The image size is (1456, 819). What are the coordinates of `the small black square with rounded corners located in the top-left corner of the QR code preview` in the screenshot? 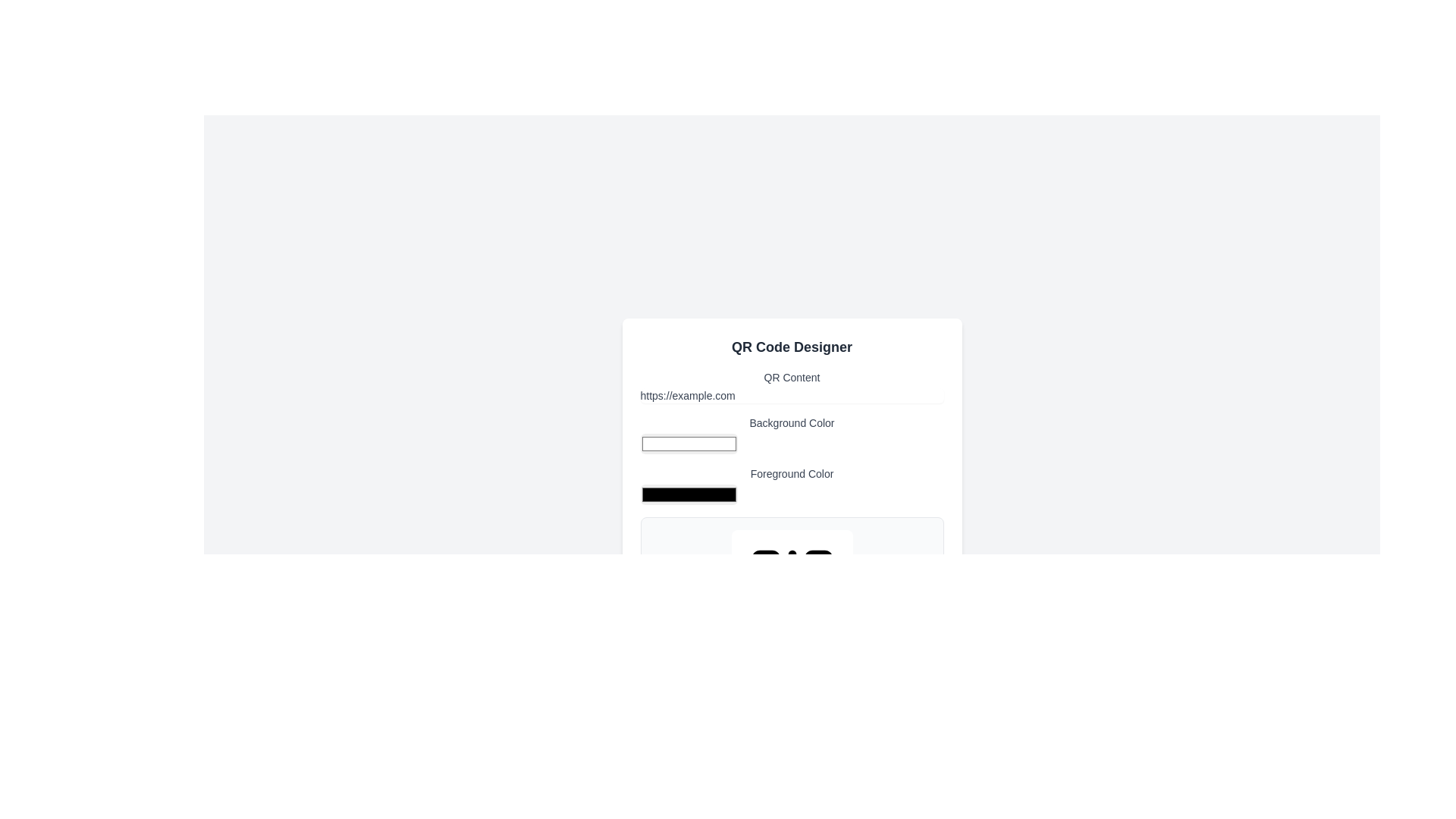 It's located at (765, 564).